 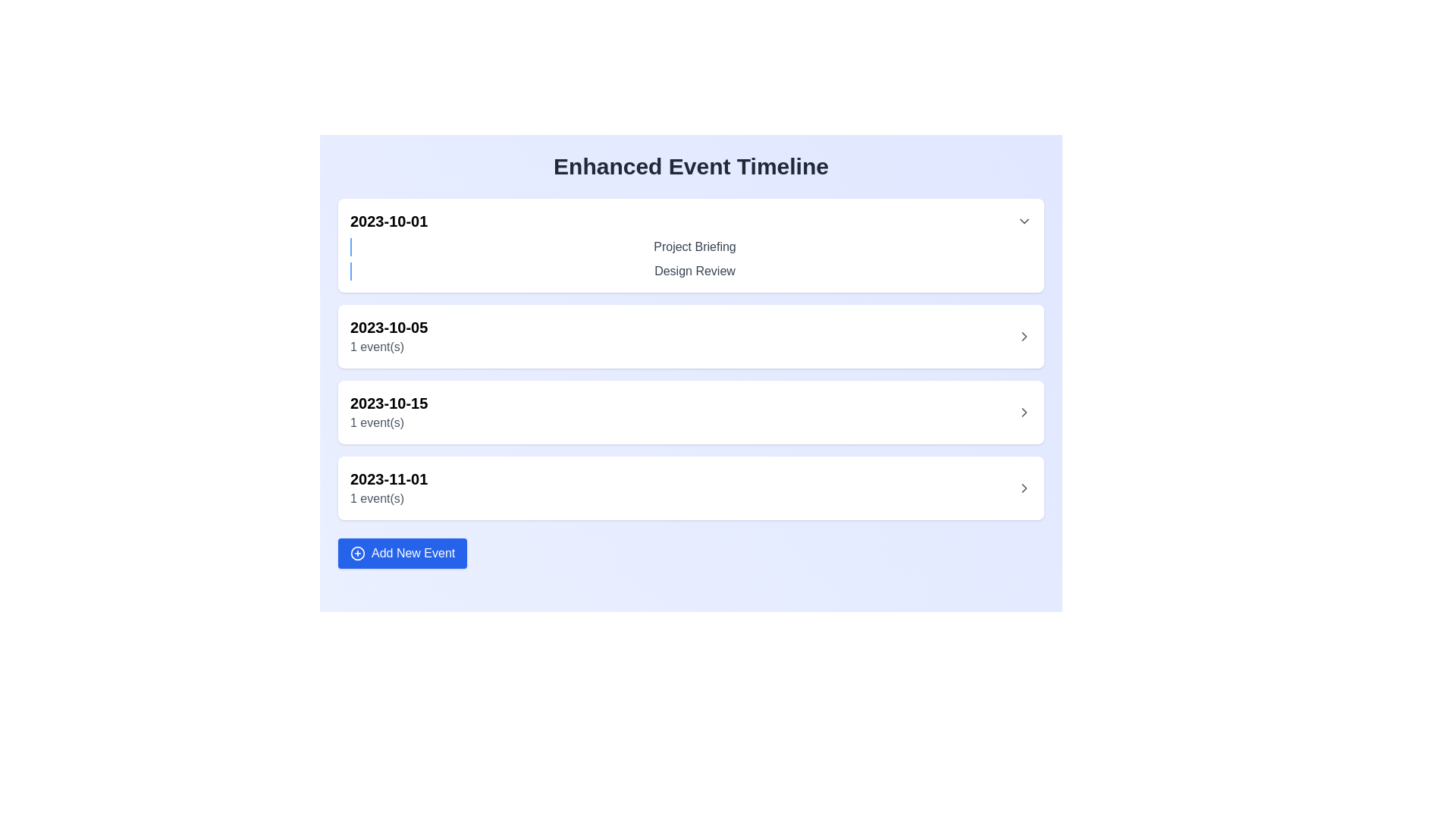 What do you see at coordinates (694, 246) in the screenshot?
I see `the text label that specifies the title of an event listed under the date heading '2023-10-01', located in the vertical timeline layout, preceding the 'Design Review' label` at bounding box center [694, 246].